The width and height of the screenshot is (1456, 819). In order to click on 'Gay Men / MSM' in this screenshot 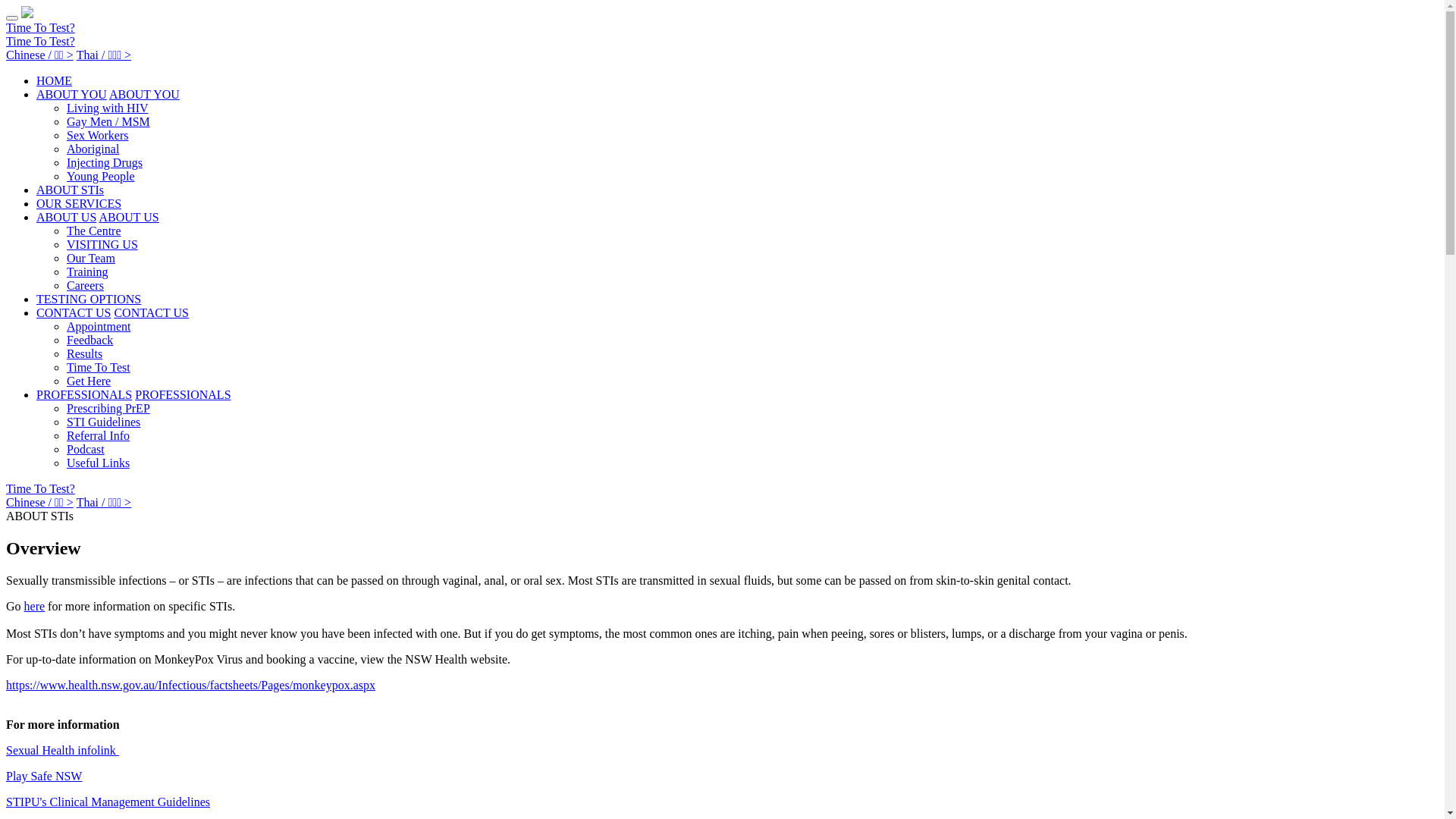, I will do `click(108, 121)`.